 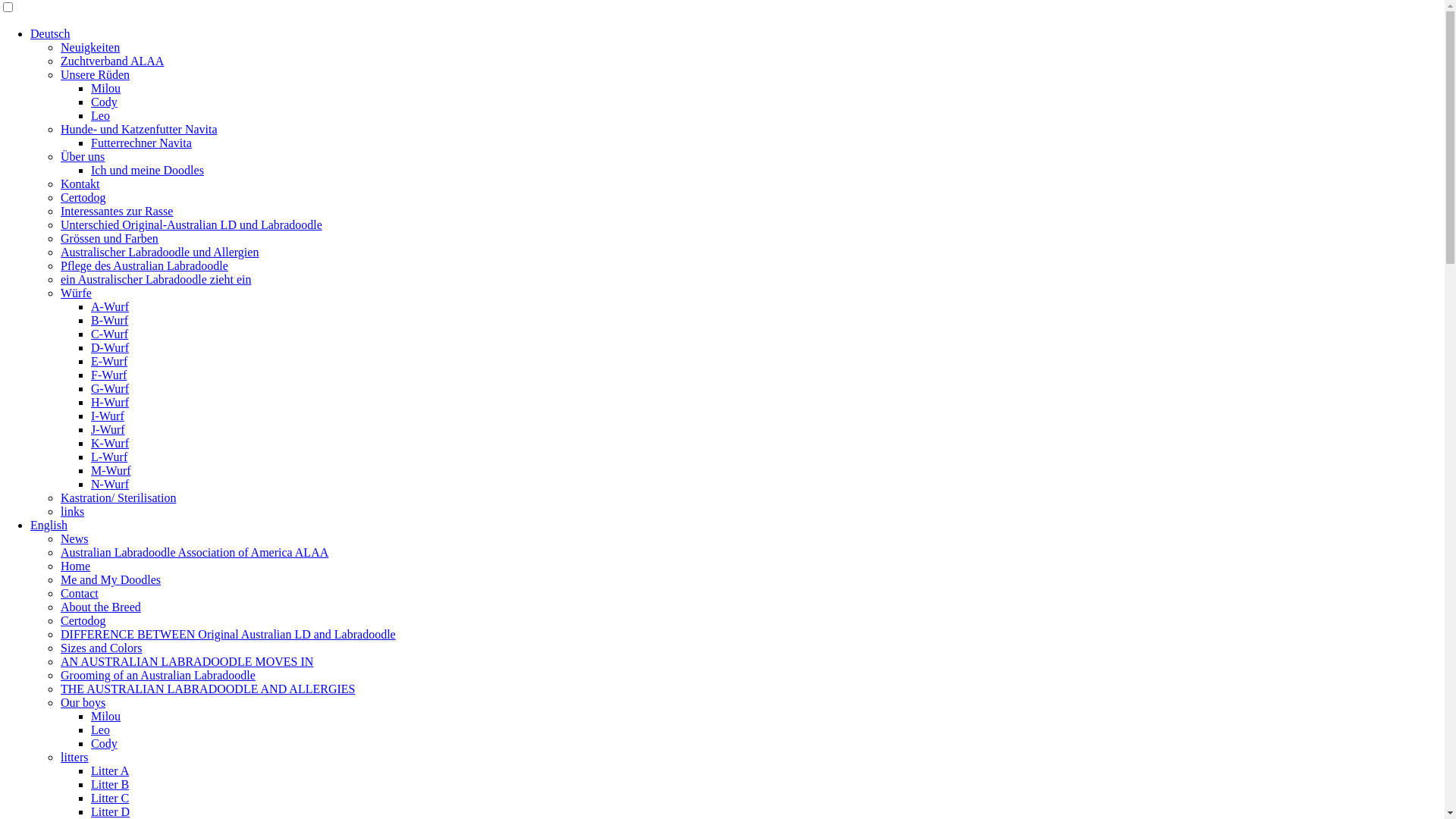 What do you see at coordinates (73, 538) in the screenshot?
I see `'News'` at bounding box center [73, 538].